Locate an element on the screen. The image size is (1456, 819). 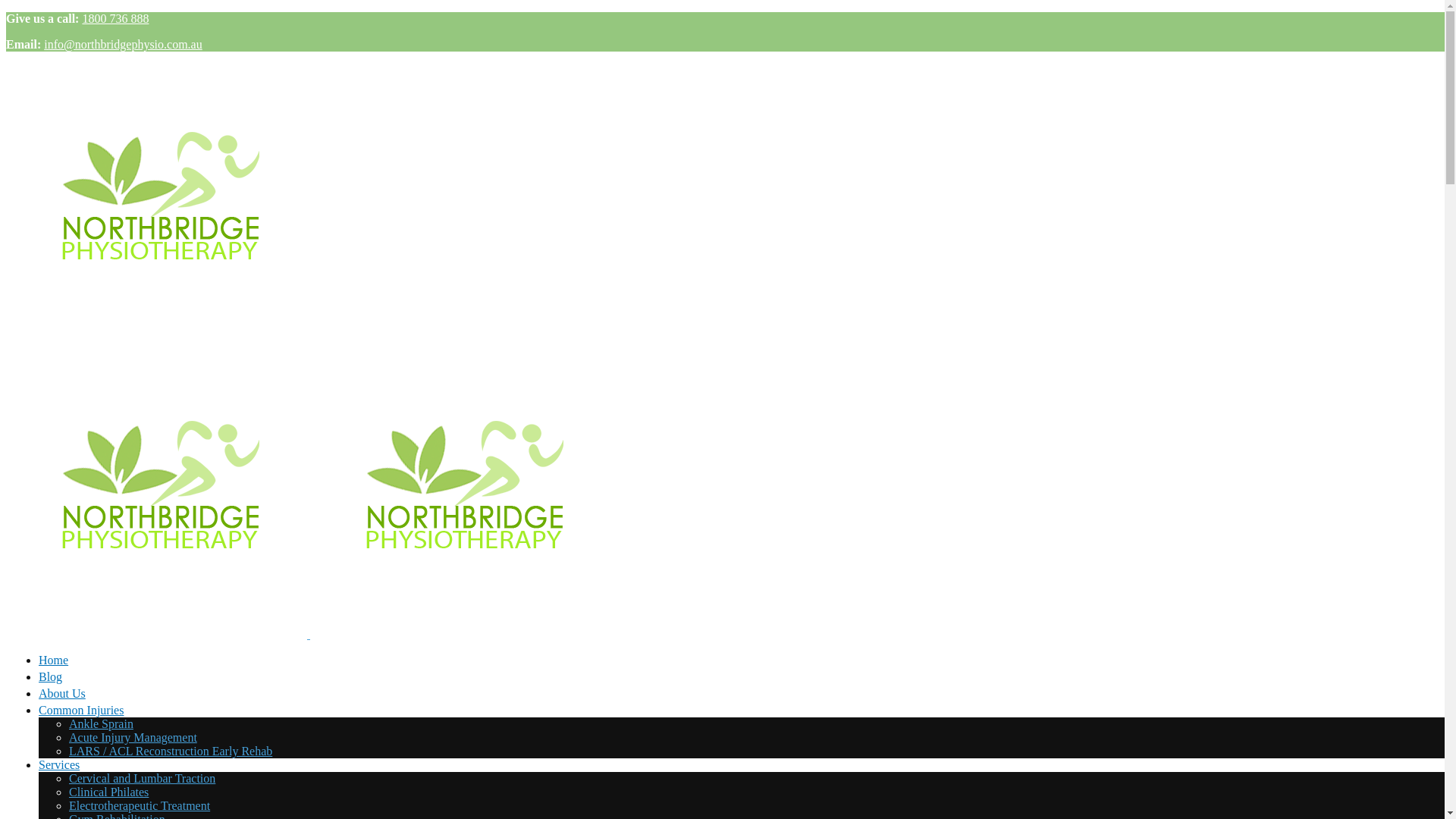
'Electrotherapeutic Treatment' is located at coordinates (139, 805).